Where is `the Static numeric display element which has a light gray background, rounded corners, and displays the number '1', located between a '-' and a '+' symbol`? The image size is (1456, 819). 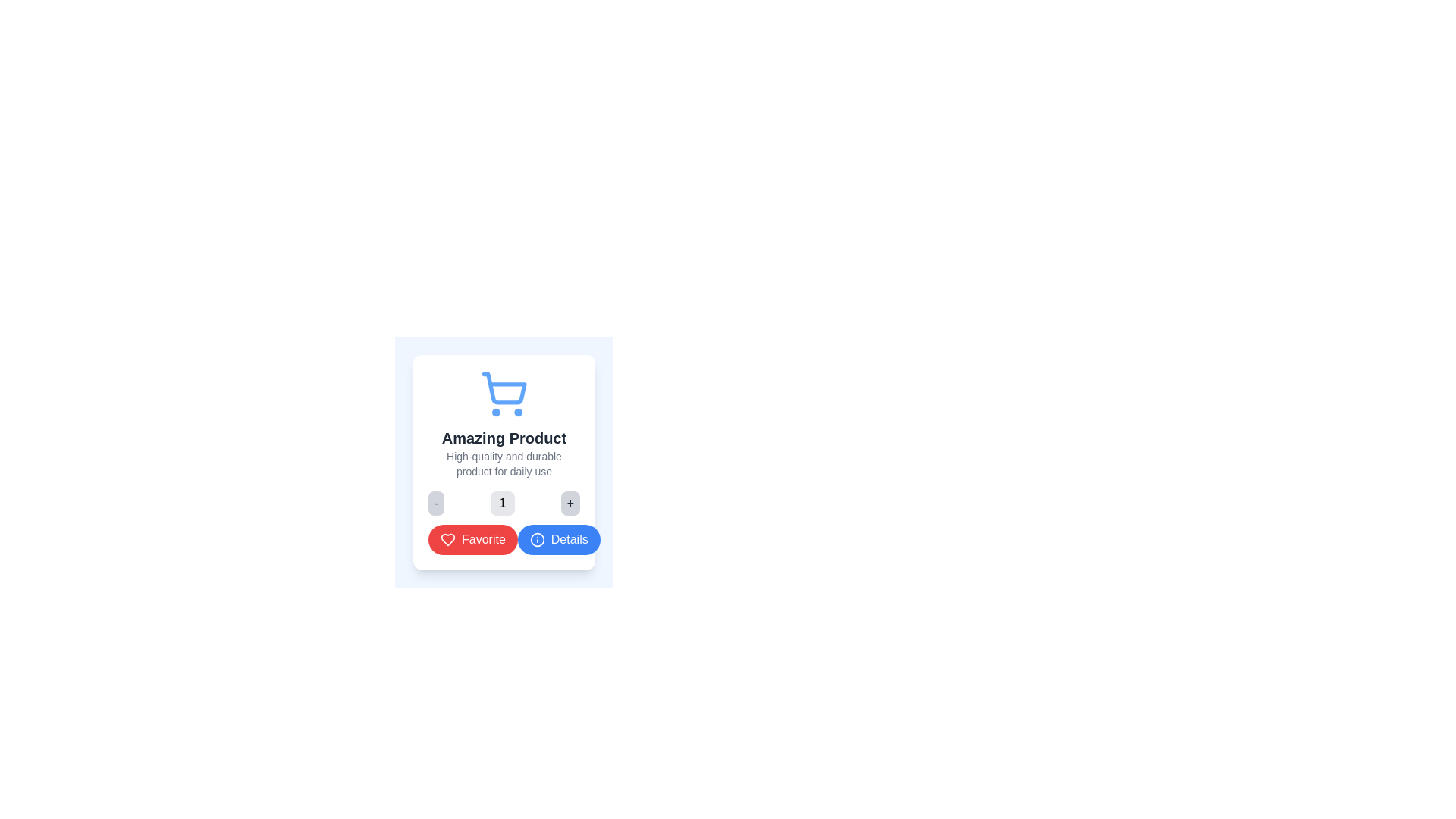
the Static numeric display element which has a light gray background, rounded corners, and displays the number '1', located between a '-' and a '+' symbol is located at coordinates (502, 503).